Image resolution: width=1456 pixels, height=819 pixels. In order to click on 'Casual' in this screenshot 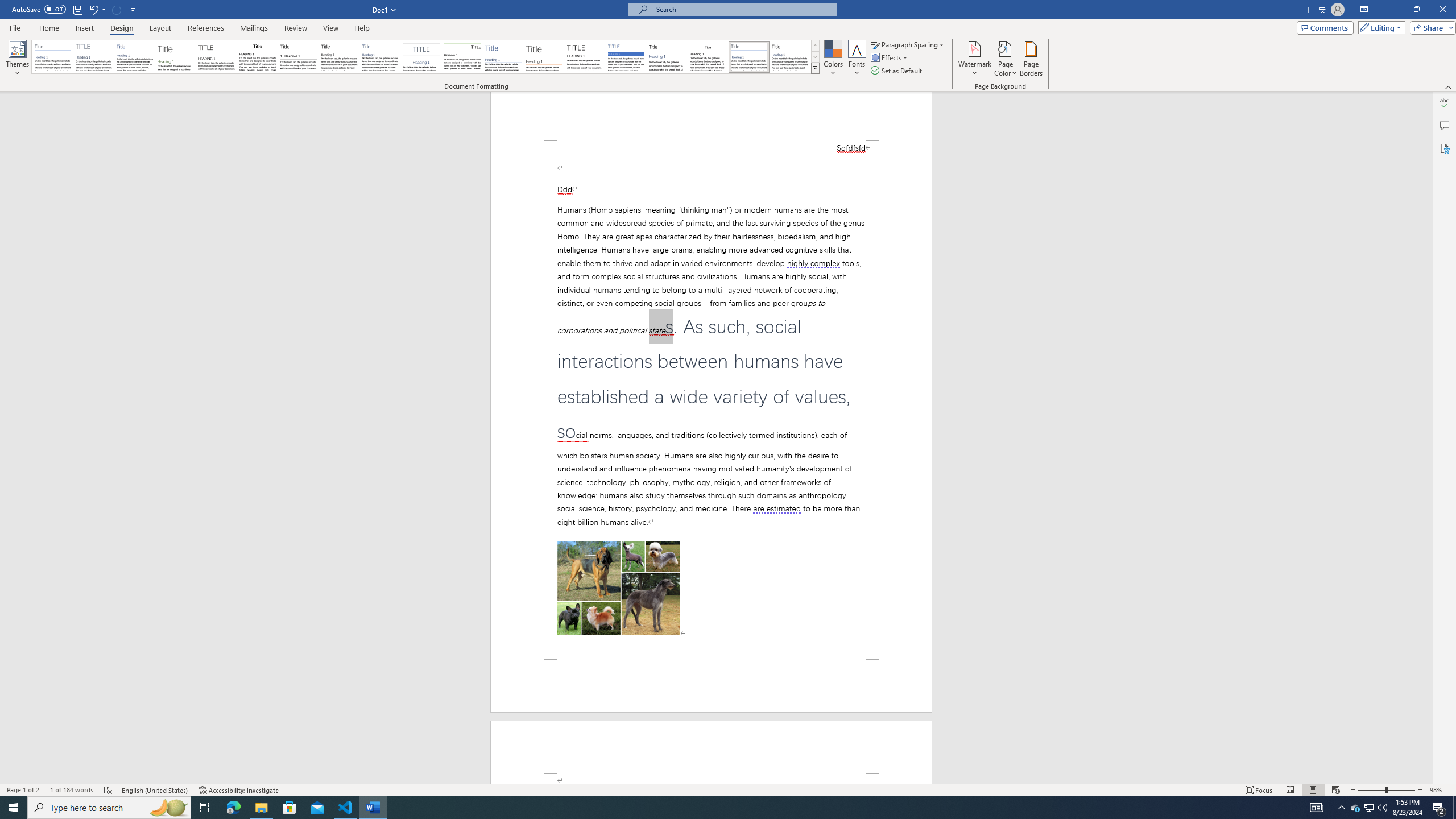, I will do `click(380, 56)`.